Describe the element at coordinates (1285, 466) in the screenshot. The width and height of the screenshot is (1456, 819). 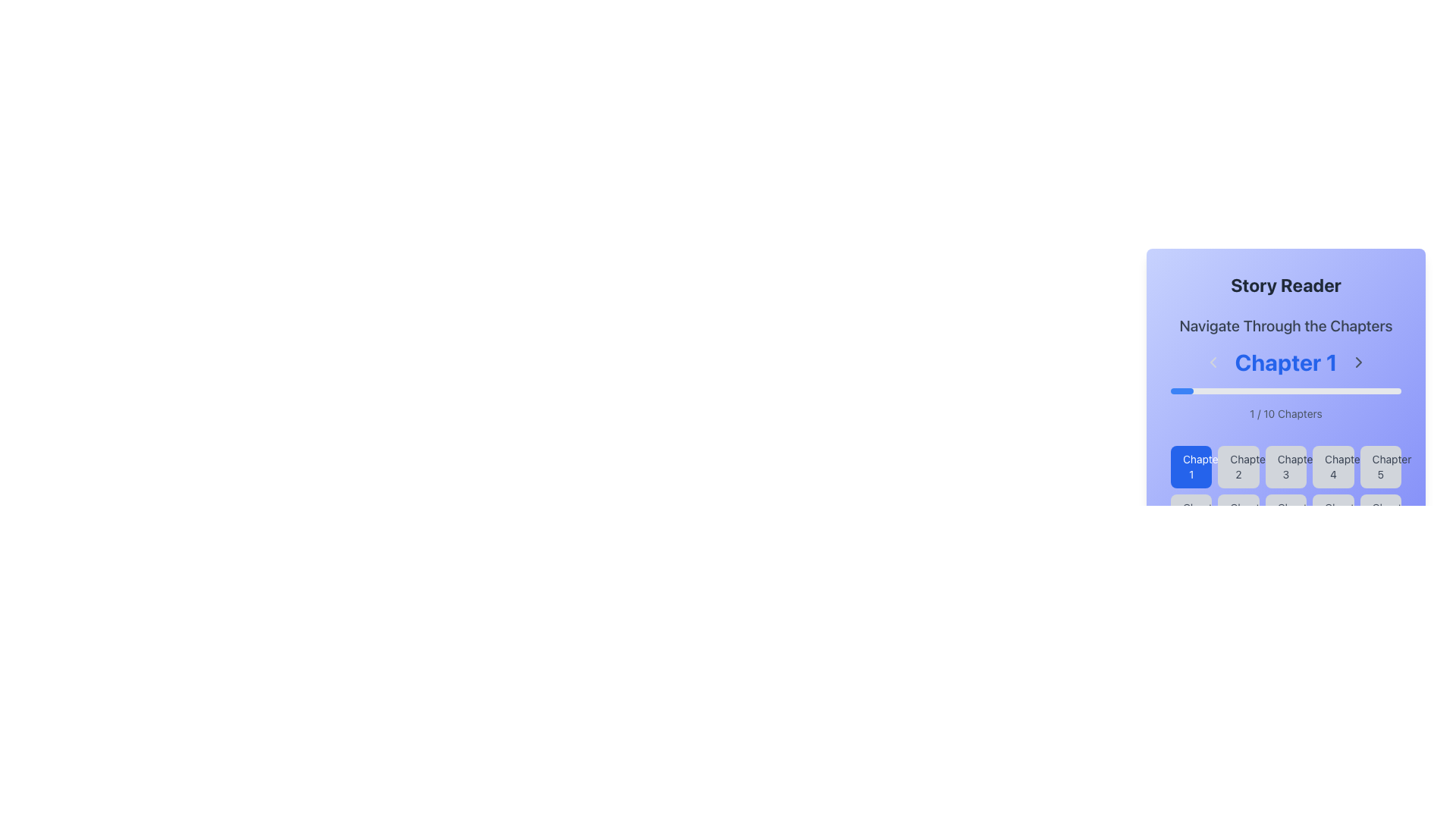
I see `the Chapter 3 navigation button` at that location.